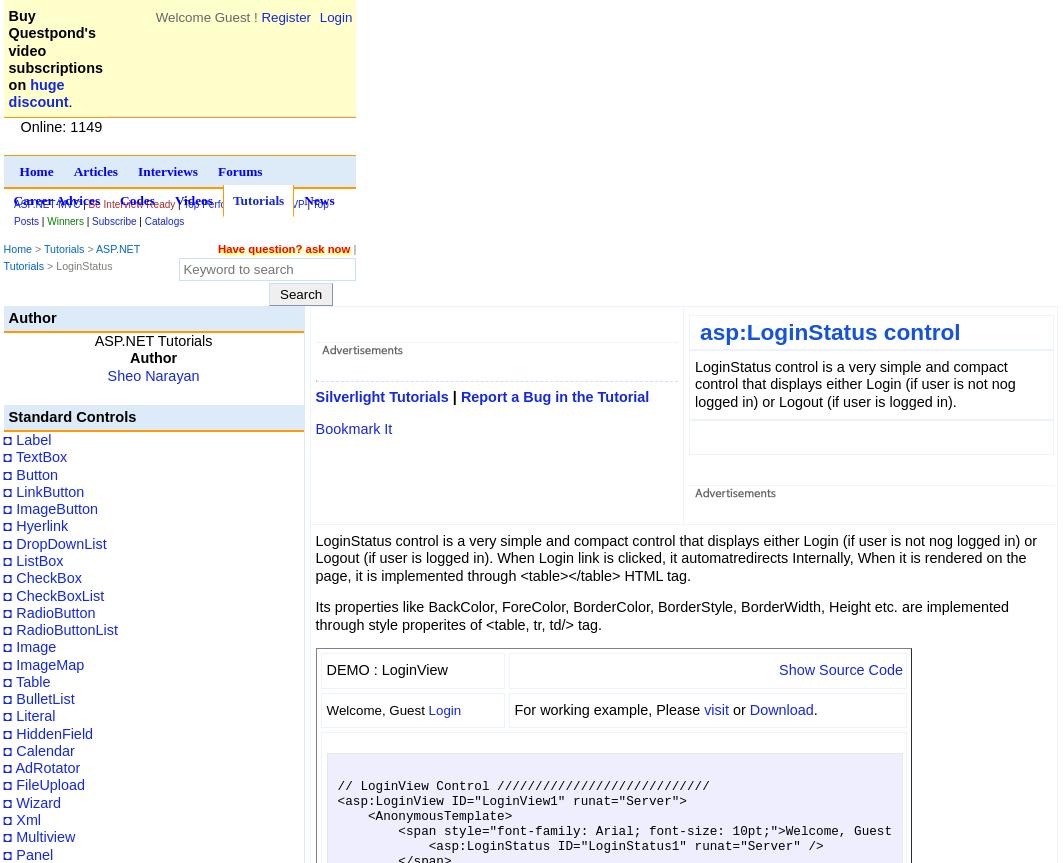  What do you see at coordinates (171, 212) in the screenshot?
I see `'Top Posts'` at bounding box center [171, 212].